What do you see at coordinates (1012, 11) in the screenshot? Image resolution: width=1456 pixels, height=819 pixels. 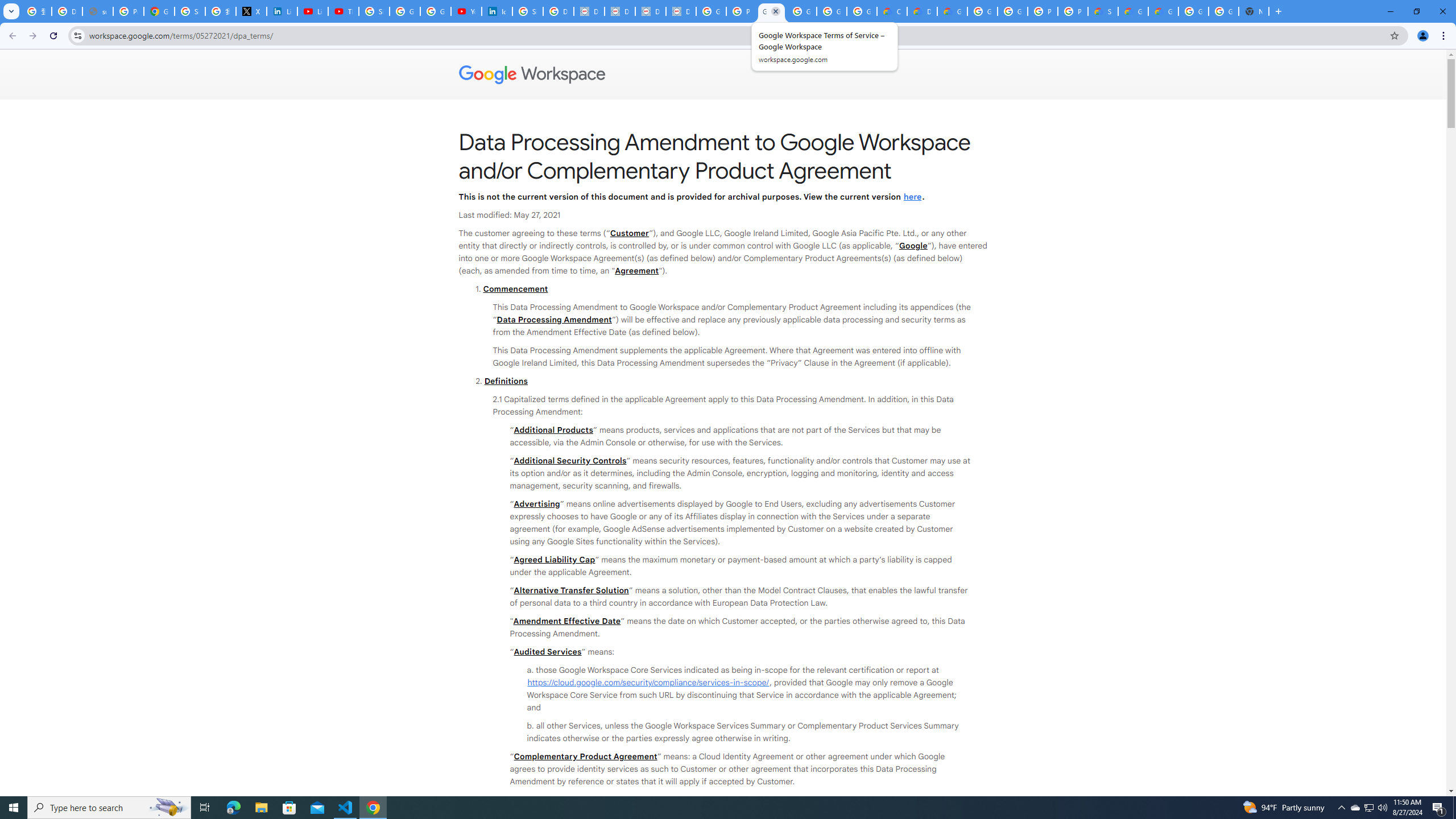 I see `'Google Cloud Platform'` at bounding box center [1012, 11].